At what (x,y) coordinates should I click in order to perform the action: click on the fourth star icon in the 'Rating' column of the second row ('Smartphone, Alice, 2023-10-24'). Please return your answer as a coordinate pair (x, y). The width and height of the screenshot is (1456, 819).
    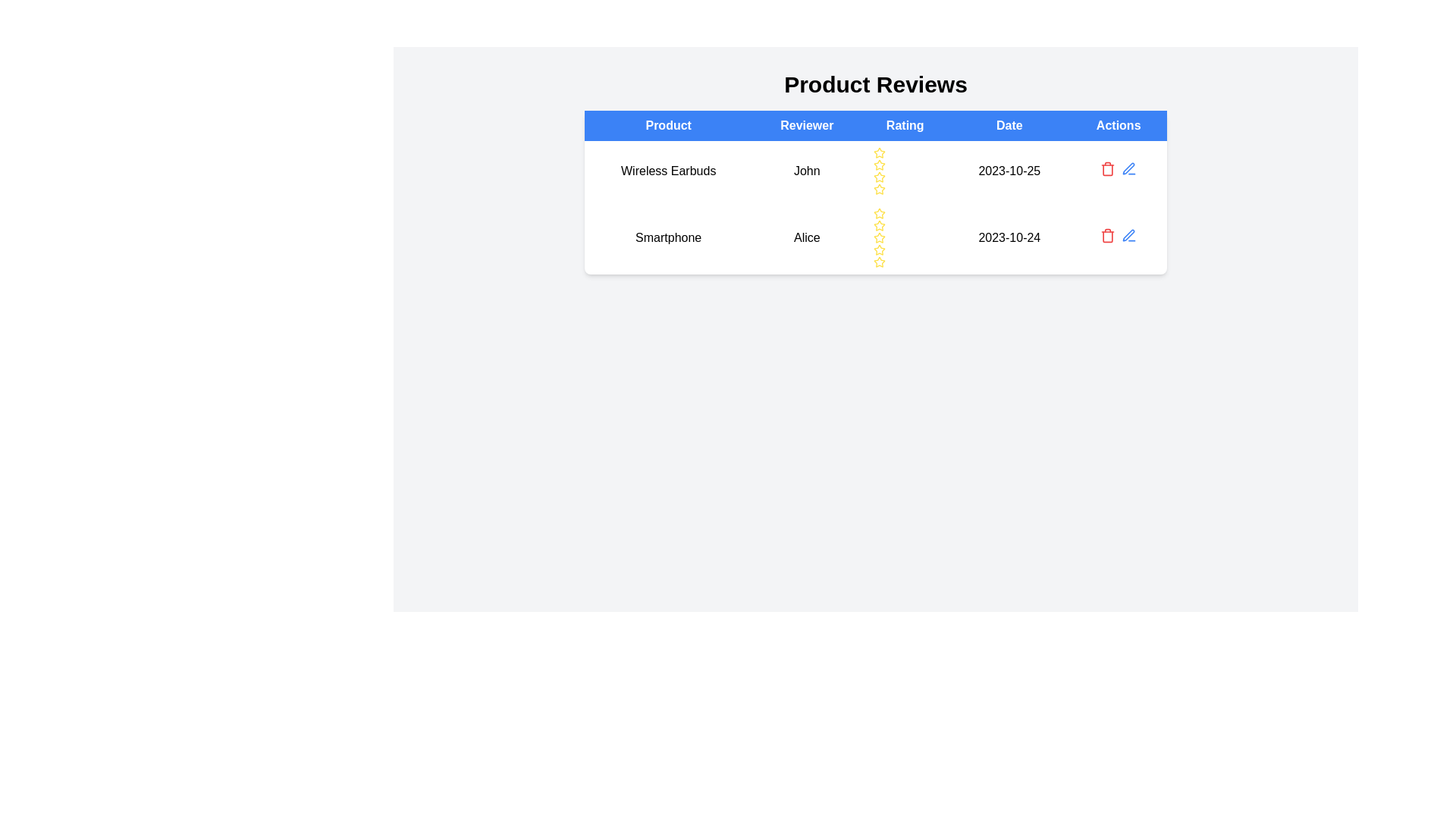
    Looking at the image, I should click on (880, 213).